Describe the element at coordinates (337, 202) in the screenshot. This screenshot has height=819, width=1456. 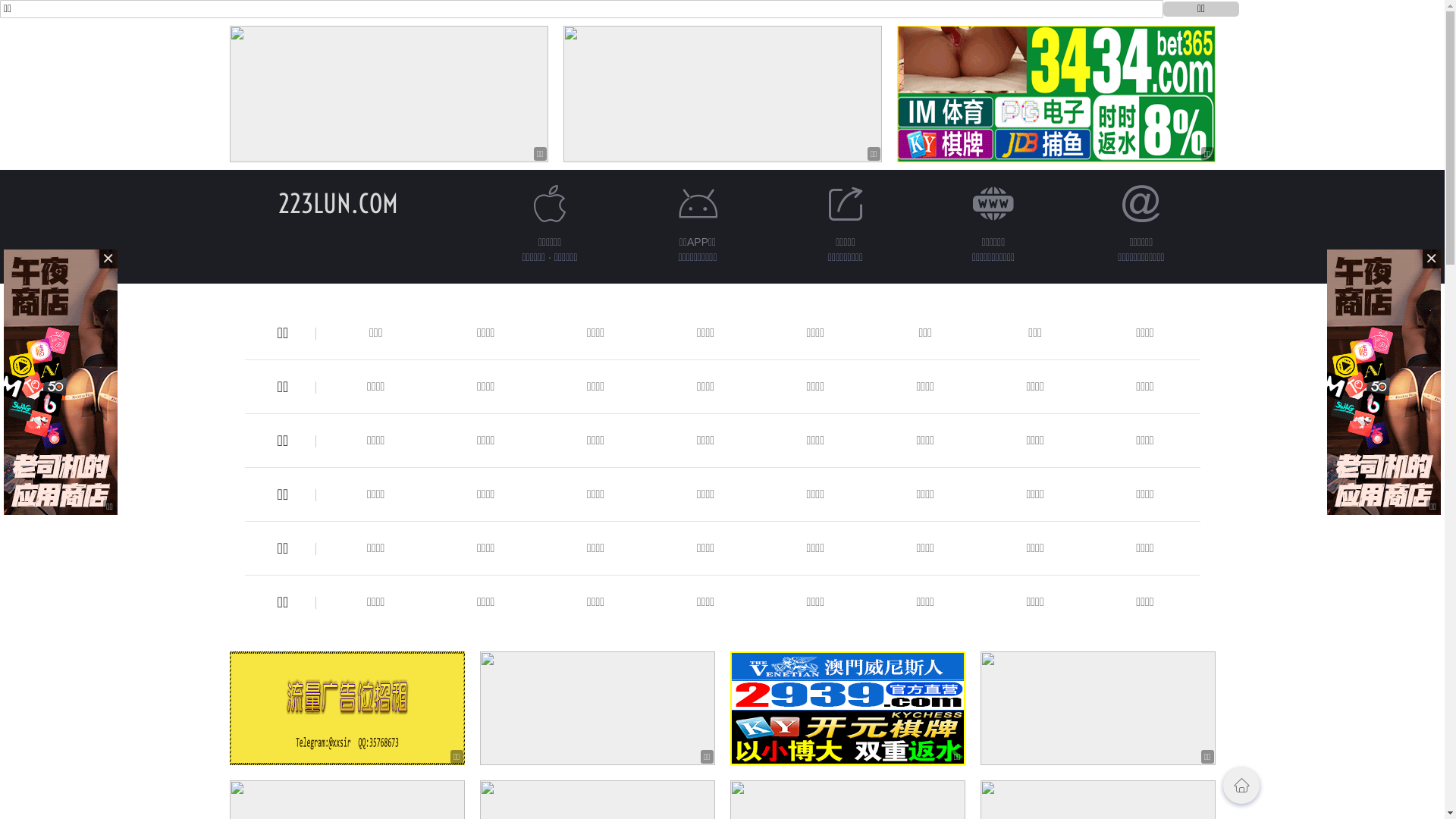
I see `'223LUN.COM'` at that location.